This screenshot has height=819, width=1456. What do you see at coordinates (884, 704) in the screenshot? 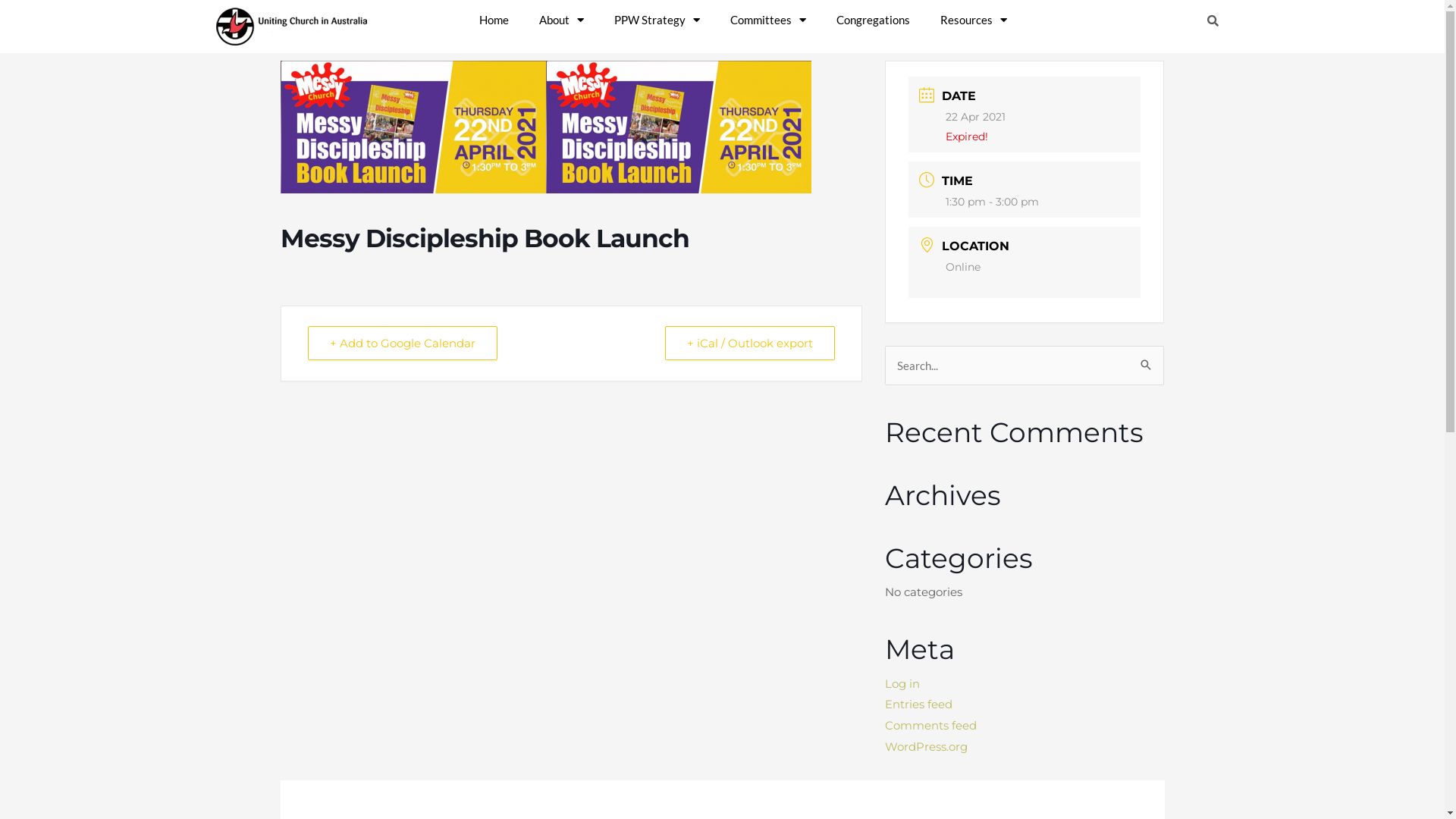
I see `'Entries feed'` at bounding box center [884, 704].